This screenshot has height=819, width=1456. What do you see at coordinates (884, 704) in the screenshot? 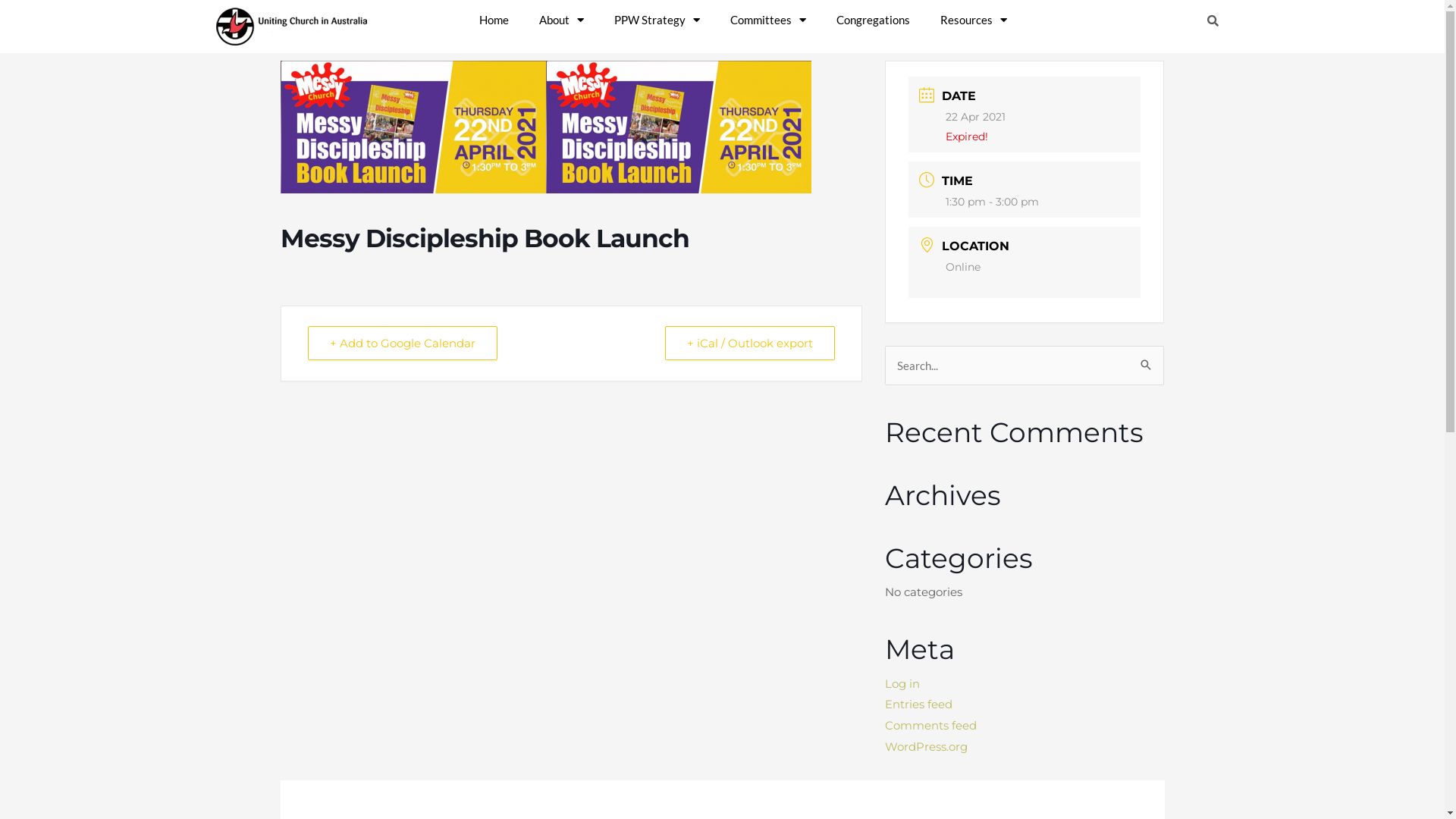
I see `'Entries feed'` at bounding box center [884, 704].